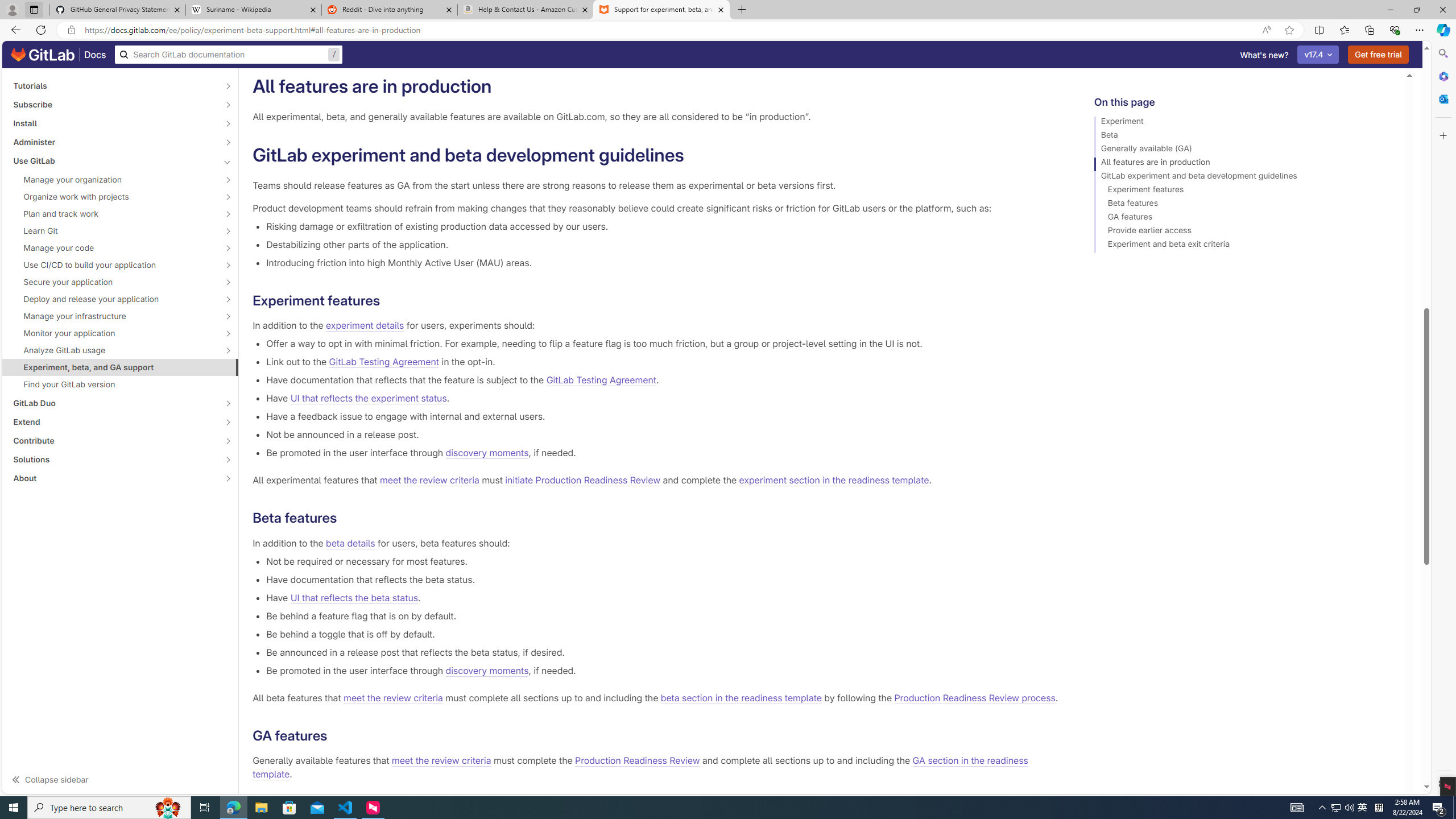 The image size is (1456, 819). What do you see at coordinates (368, 398) in the screenshot?
I see `'UI that reflects the experiment status'` at bounding box center [368, 398].